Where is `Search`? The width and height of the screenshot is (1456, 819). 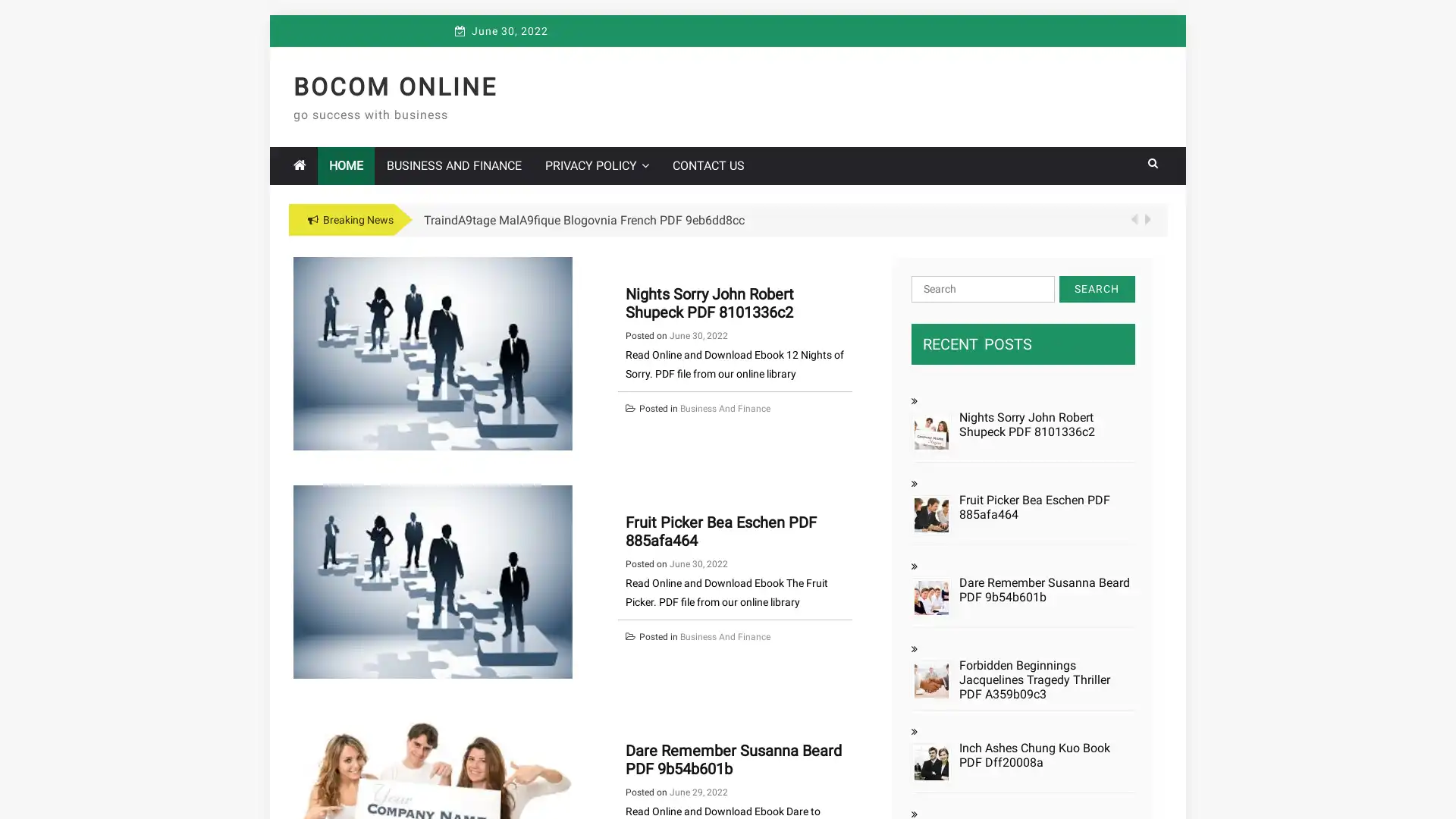
Search is located at coordinates (1096, 288).